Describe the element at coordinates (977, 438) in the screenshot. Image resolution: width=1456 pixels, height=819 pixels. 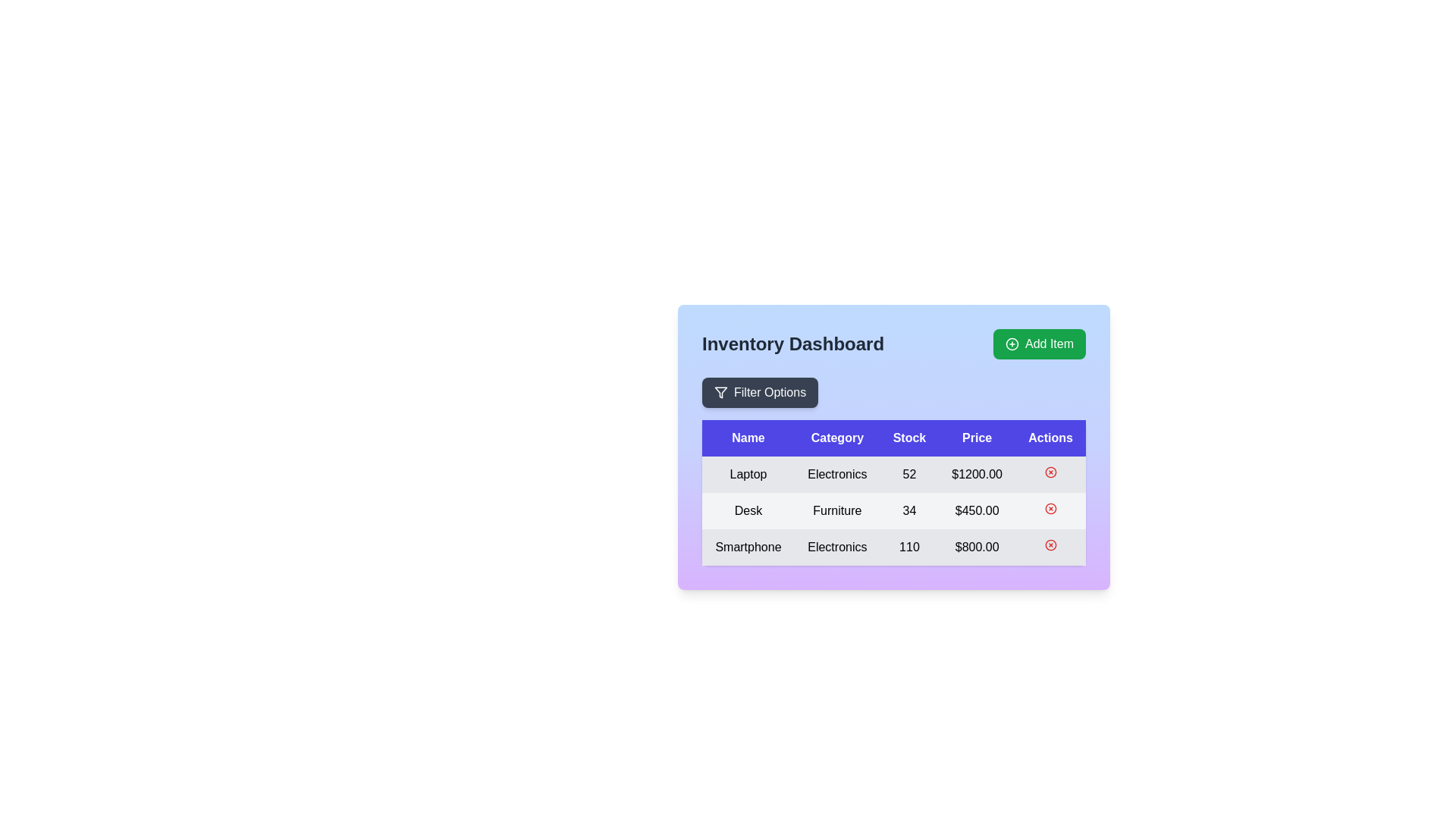
I see `the 'Price' Table Header Cell, which is the fourth column header in a data table, displaying the word 'Price' in bold white font on a blue background` at that location.